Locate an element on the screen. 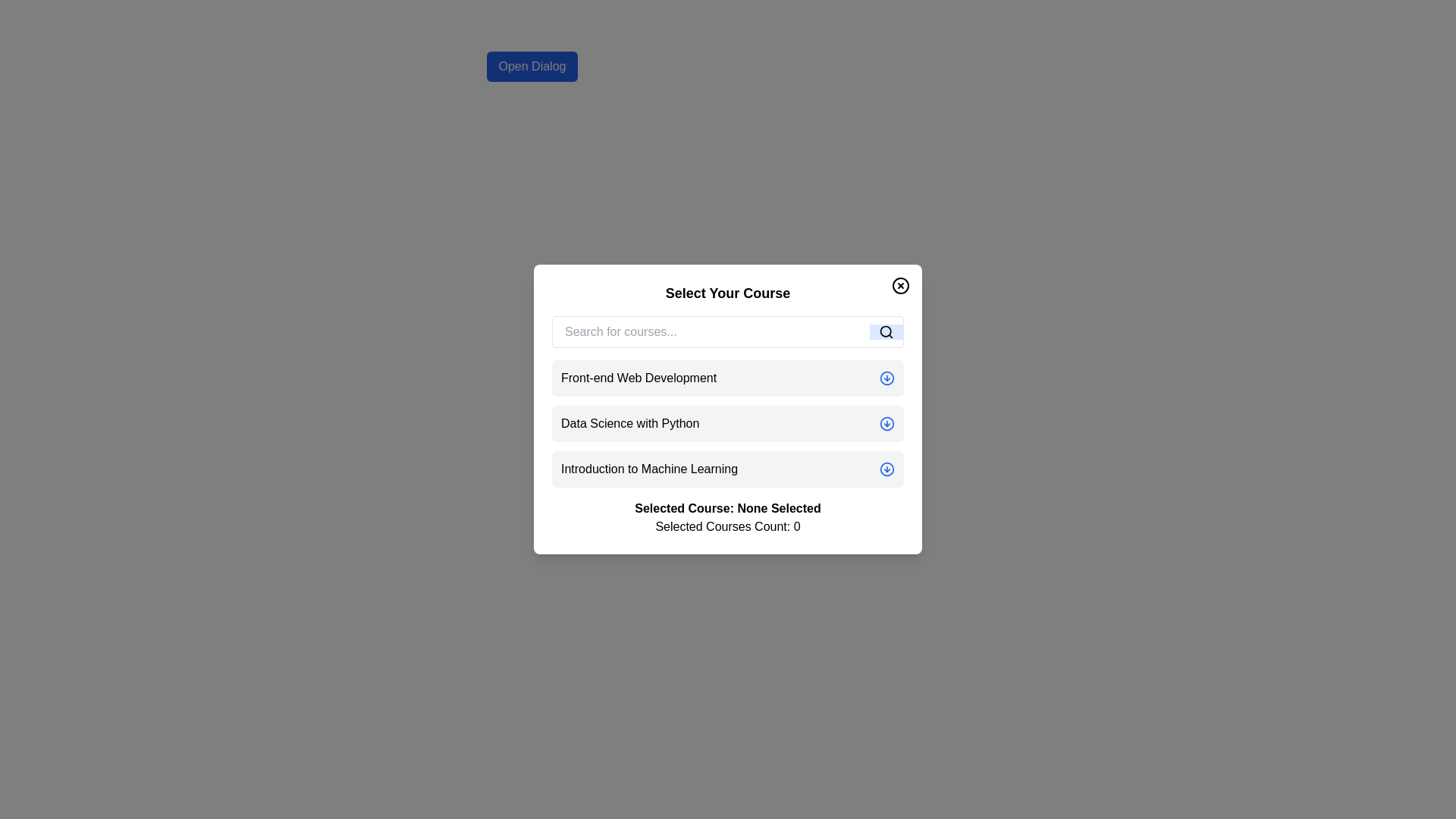 The height and width of the screenshot is (819, 1456). the circular button with a downward arrow icon in the 'Front-end Web Development' section is located at coordinates (887, 377).